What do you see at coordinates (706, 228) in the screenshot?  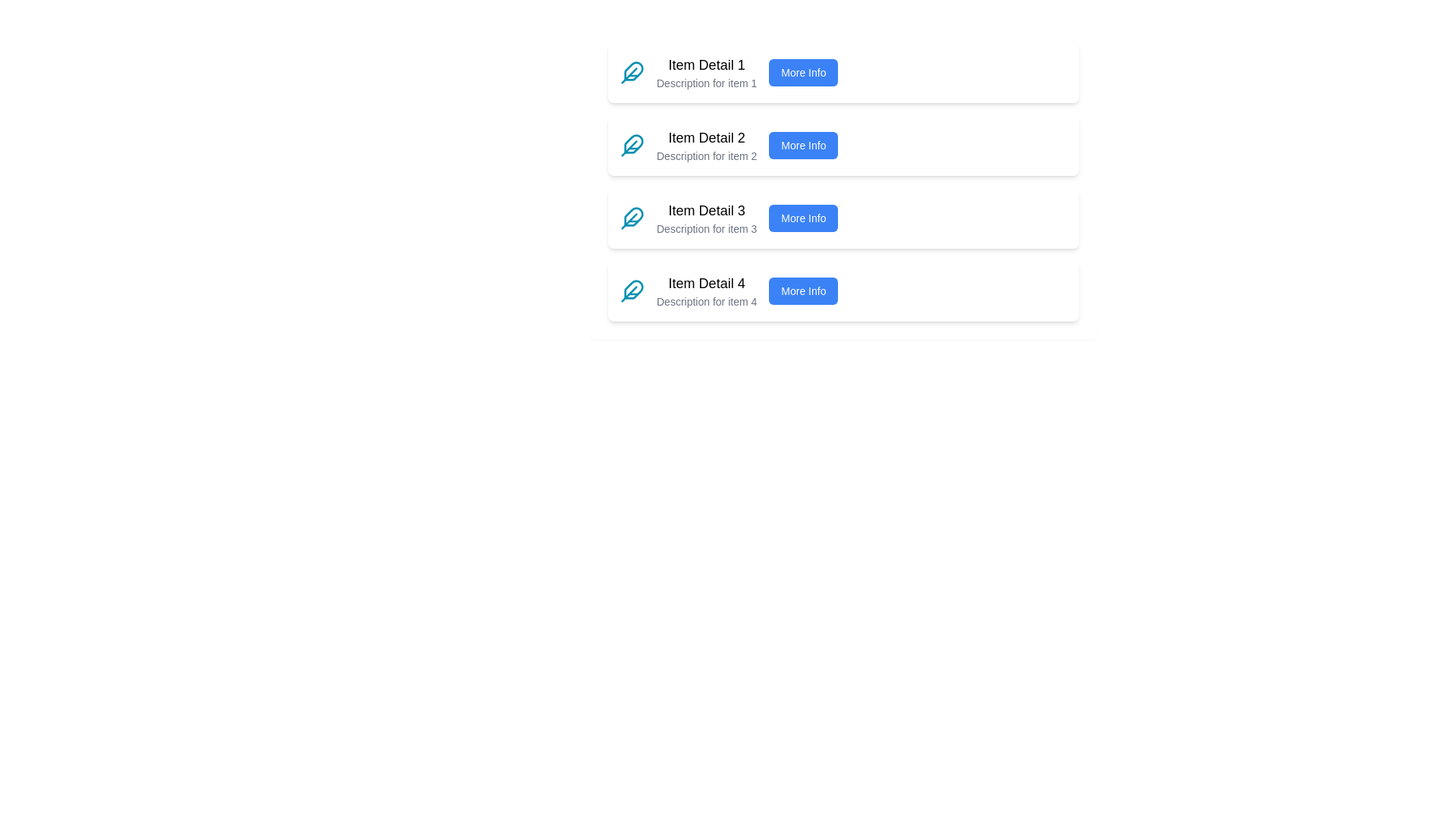 I see `the static text label providing descriptive information related to 'Item Detail 3', located below the 'Item Detail 3' heading in the third row of the list-like layout` at bounding box center [706, 228].